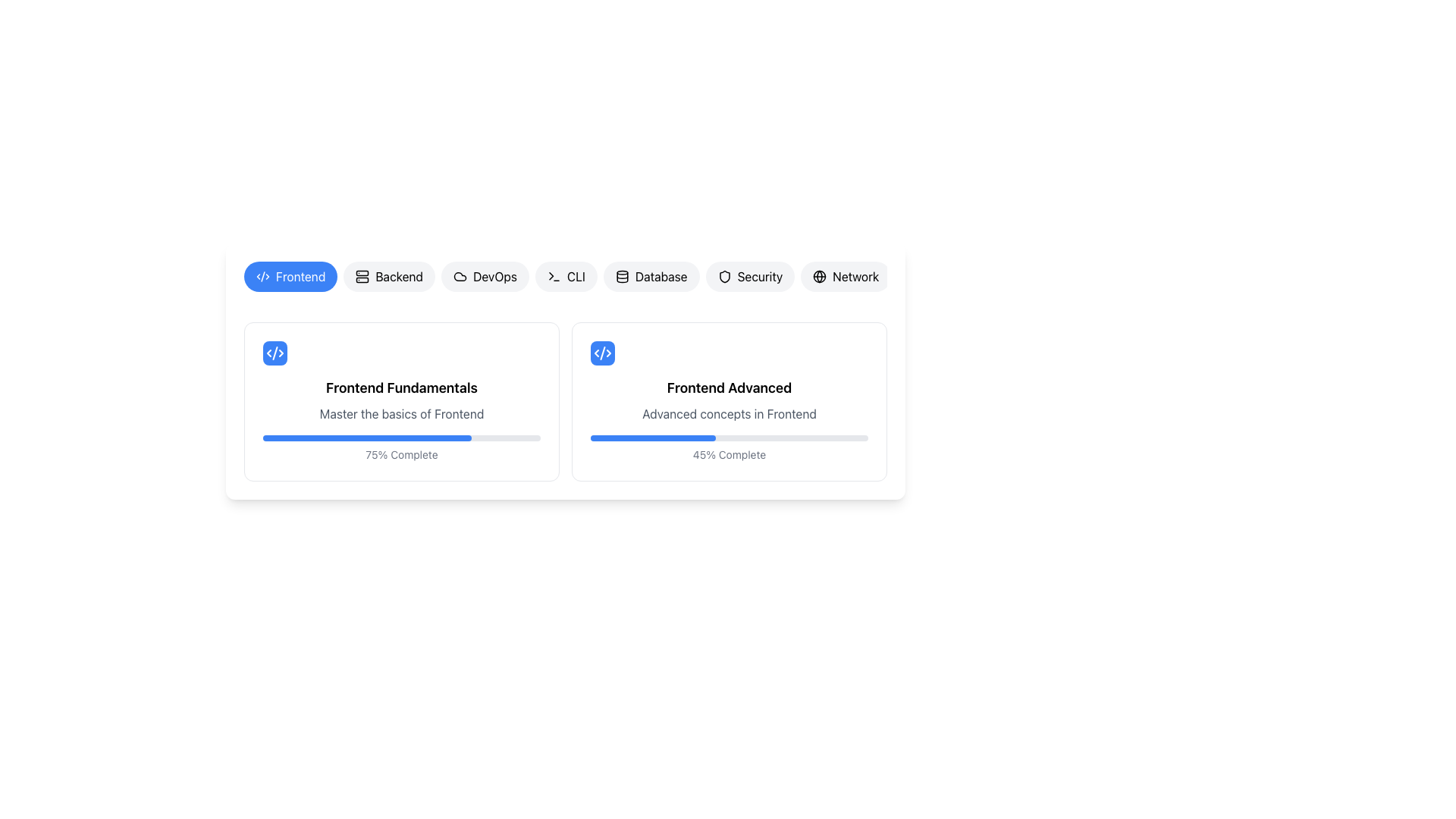 This screenshot has width=1456, height=819. What do you see at coordinates (362, 273) in the screenshot?
I see `the SVG rectangle element representing a server icon, which is located in the top section of the icon among other components, for future interactivity` at bounding box center [362, 273].